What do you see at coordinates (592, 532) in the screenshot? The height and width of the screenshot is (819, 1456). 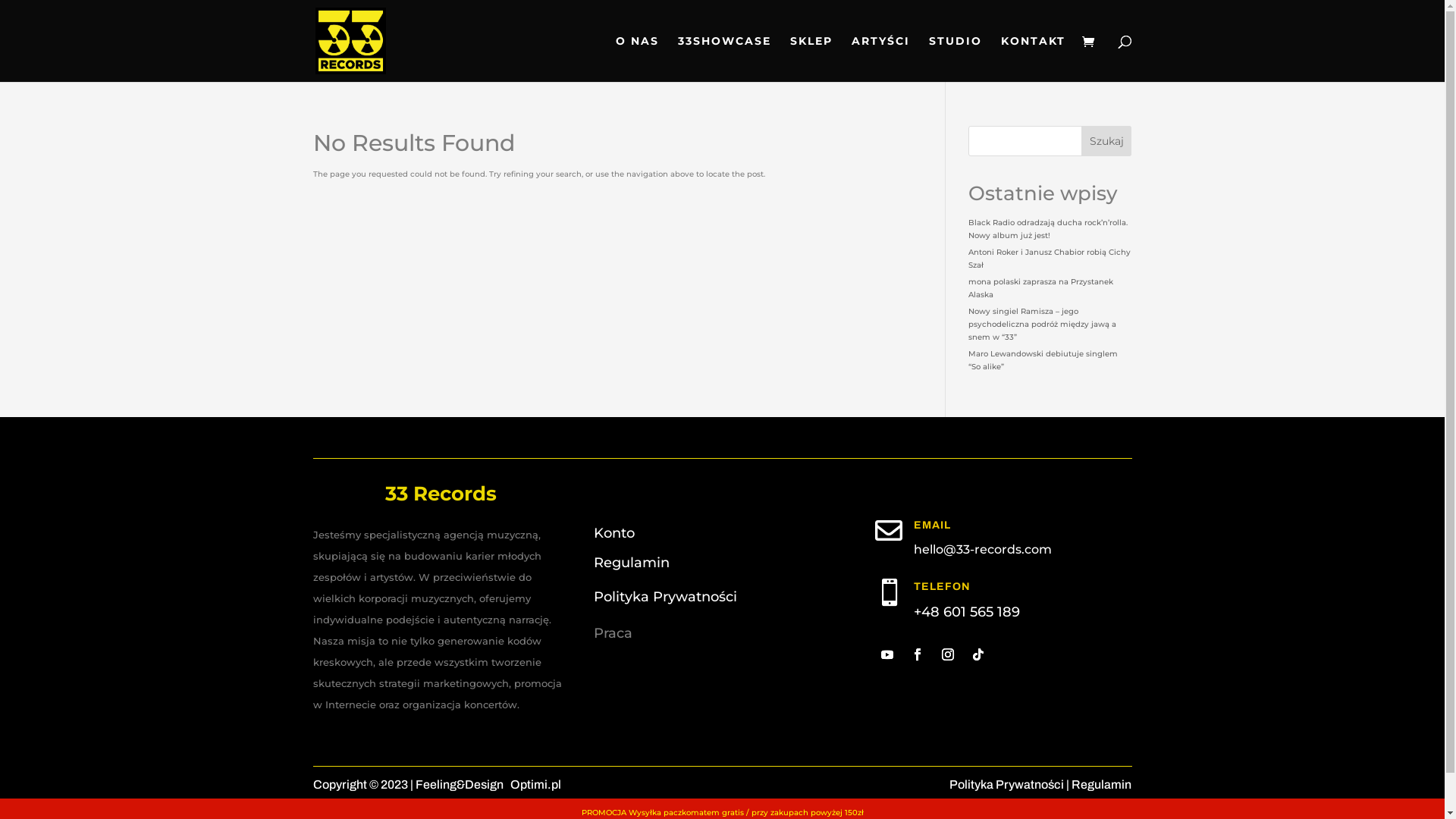 I see `'Konto'` at bounding box center [592, 532].